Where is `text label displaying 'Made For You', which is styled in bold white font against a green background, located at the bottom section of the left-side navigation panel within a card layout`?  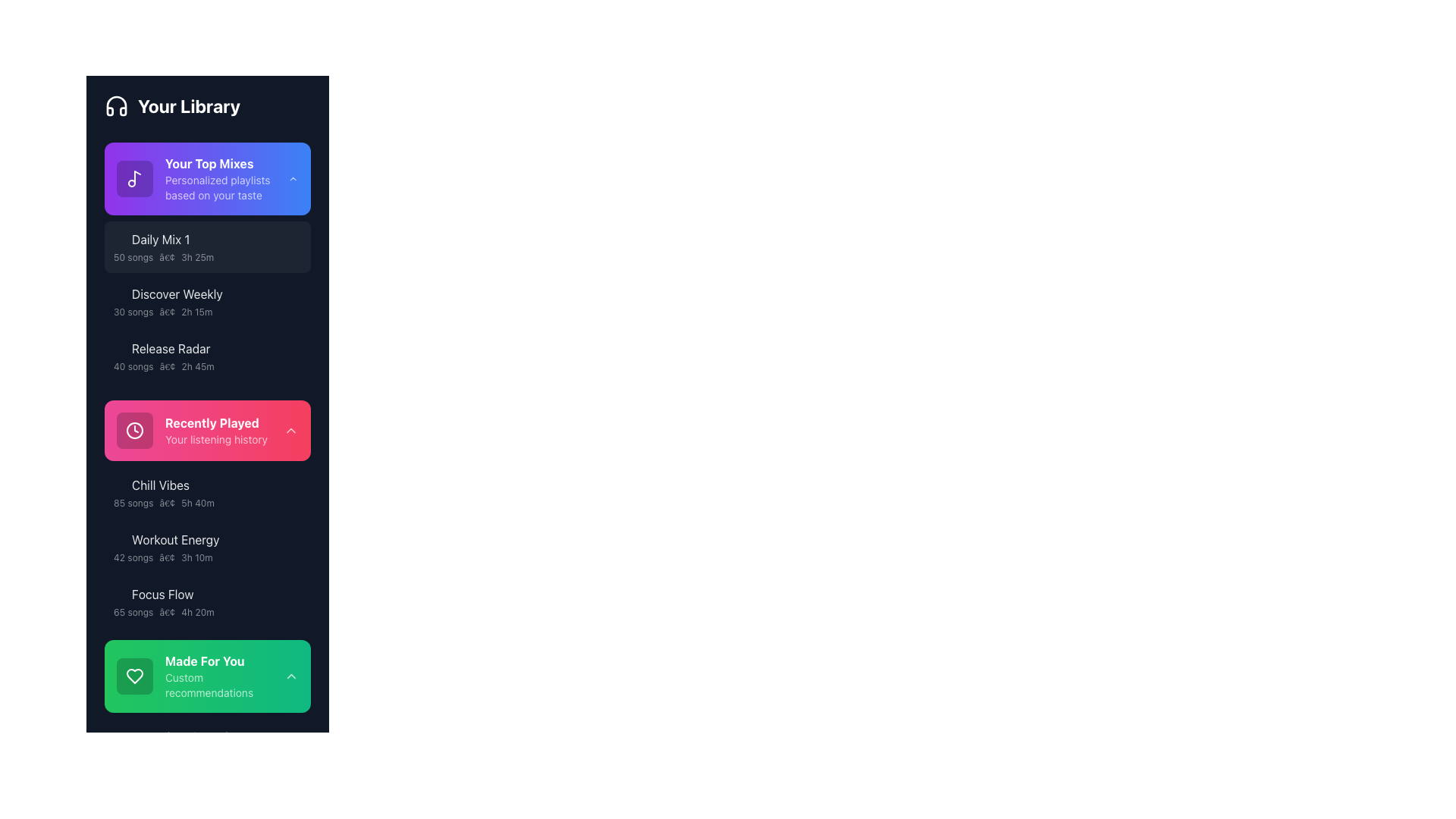 text label displaying 'Made For You', which is styled in bold white font against a green background, located at the bottom section of the left-side navigation panel within a card layout is located at coordinates (224, 660).